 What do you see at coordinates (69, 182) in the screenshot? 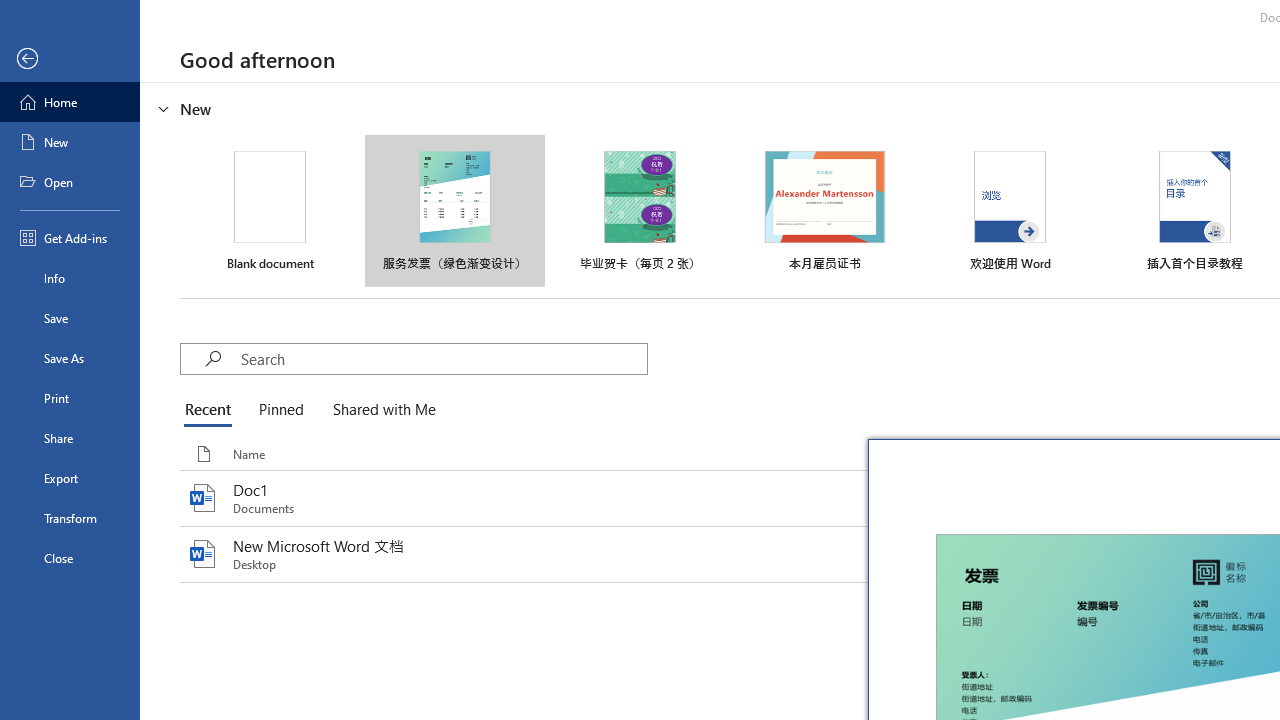
I see `'Open'` at bounding box center [69, 182].